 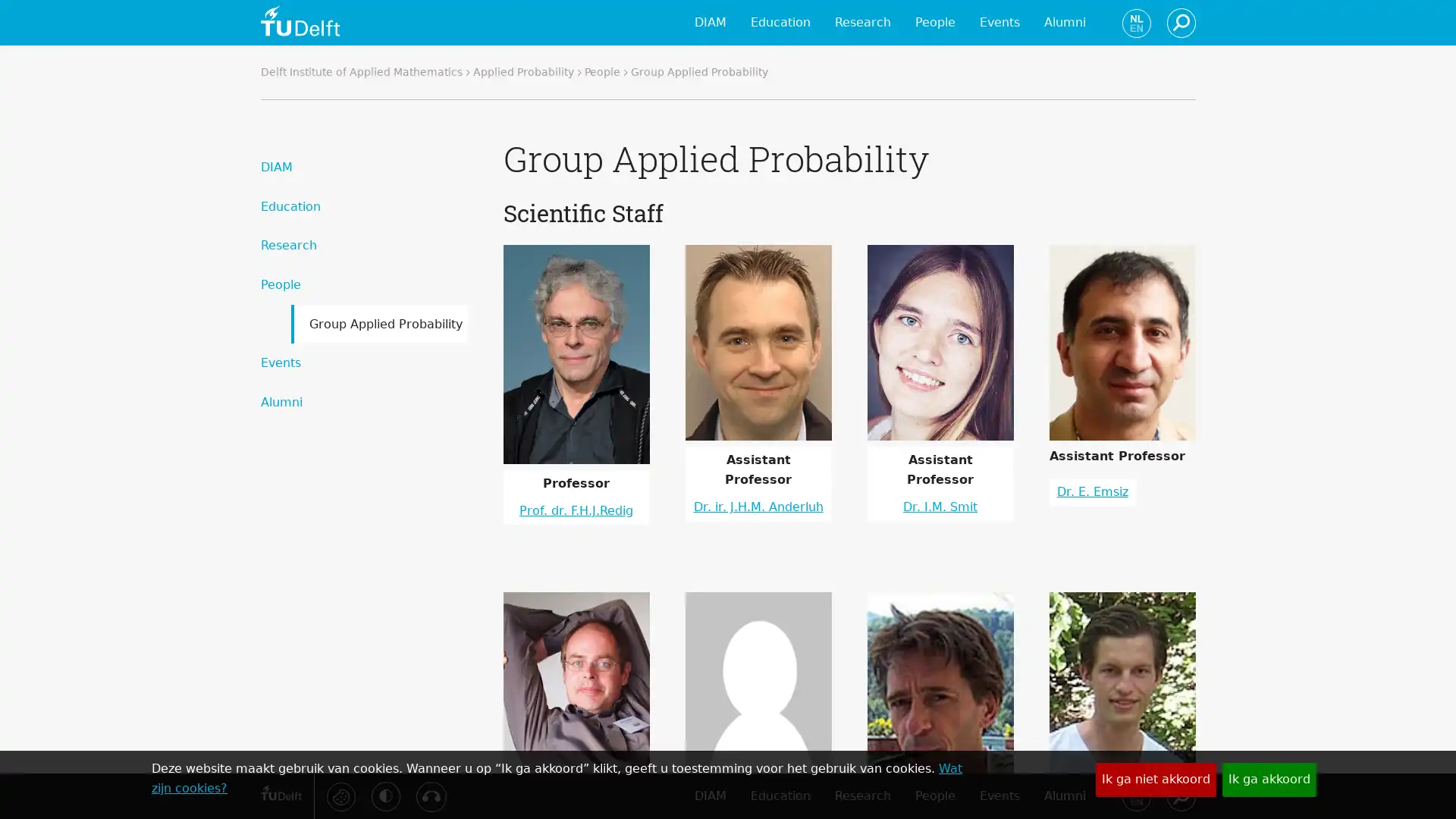 I want to click on Zoeken, so click(x=1179, y=23).